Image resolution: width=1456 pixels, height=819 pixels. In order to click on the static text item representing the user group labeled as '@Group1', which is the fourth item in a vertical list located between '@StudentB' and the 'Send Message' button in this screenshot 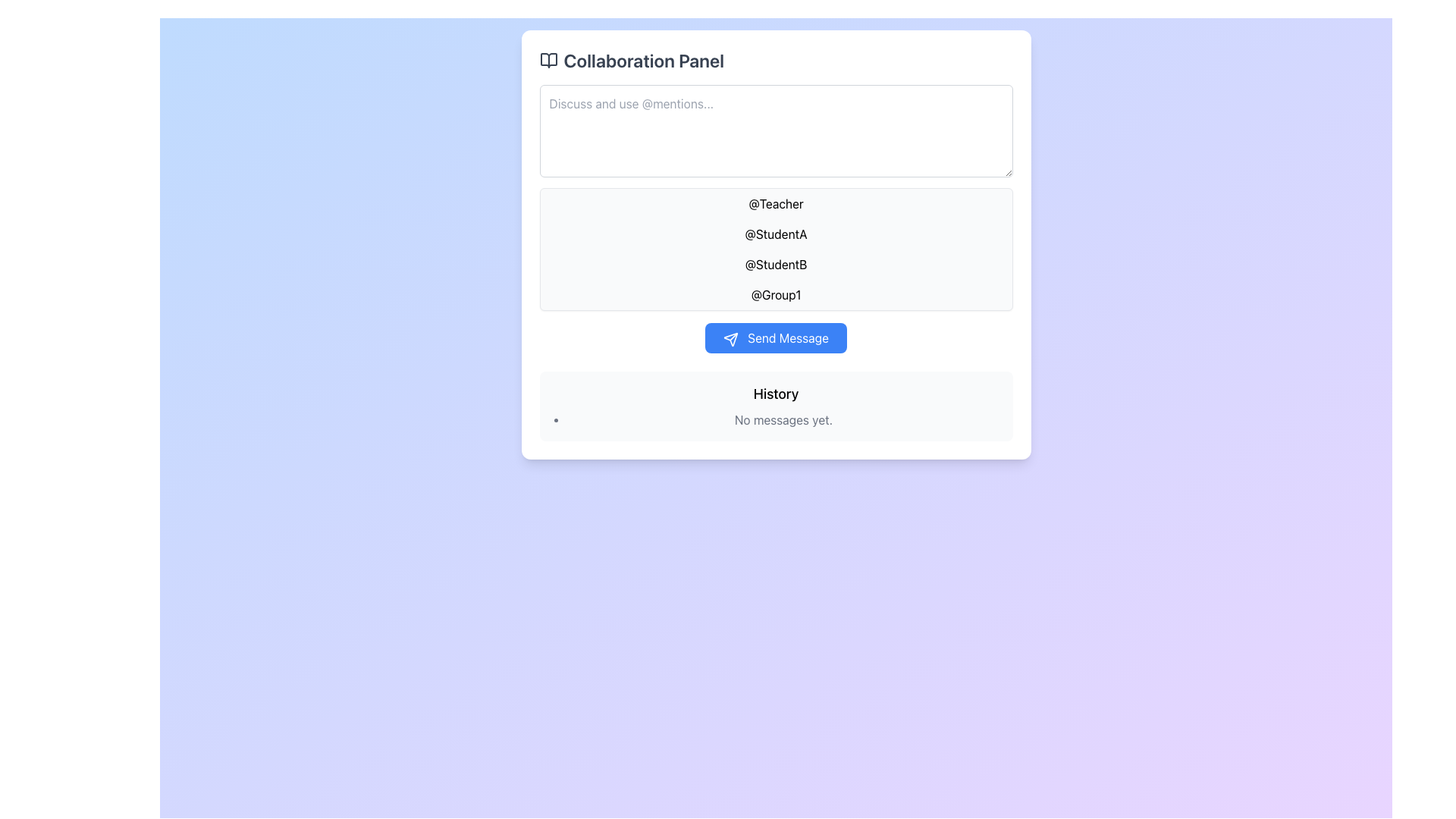, I will do `click(776, 295)`.